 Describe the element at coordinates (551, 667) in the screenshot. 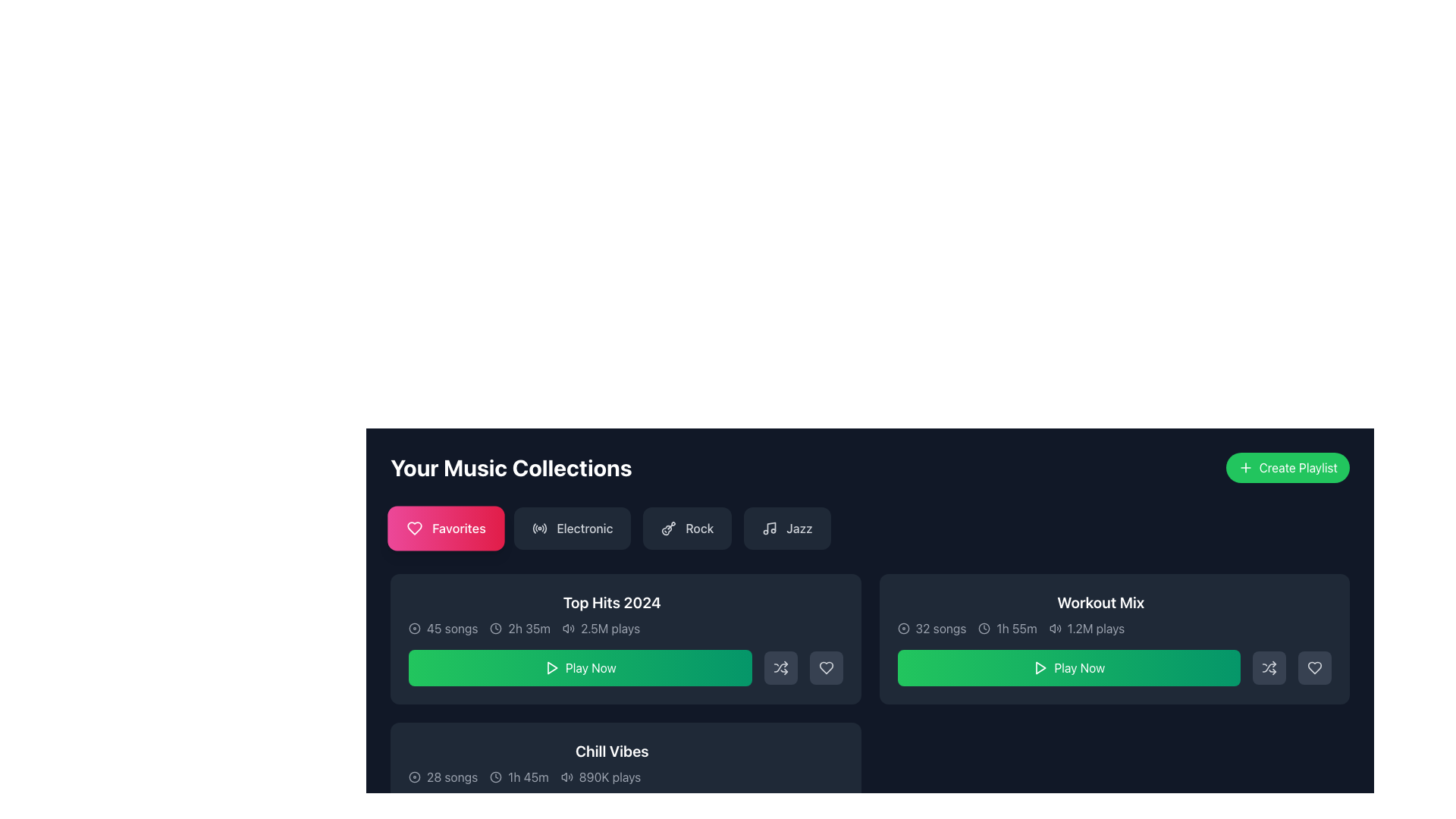

I see `the centrally positioned 'Play' icon located in the 'Top Hits 2024' row` at that location.